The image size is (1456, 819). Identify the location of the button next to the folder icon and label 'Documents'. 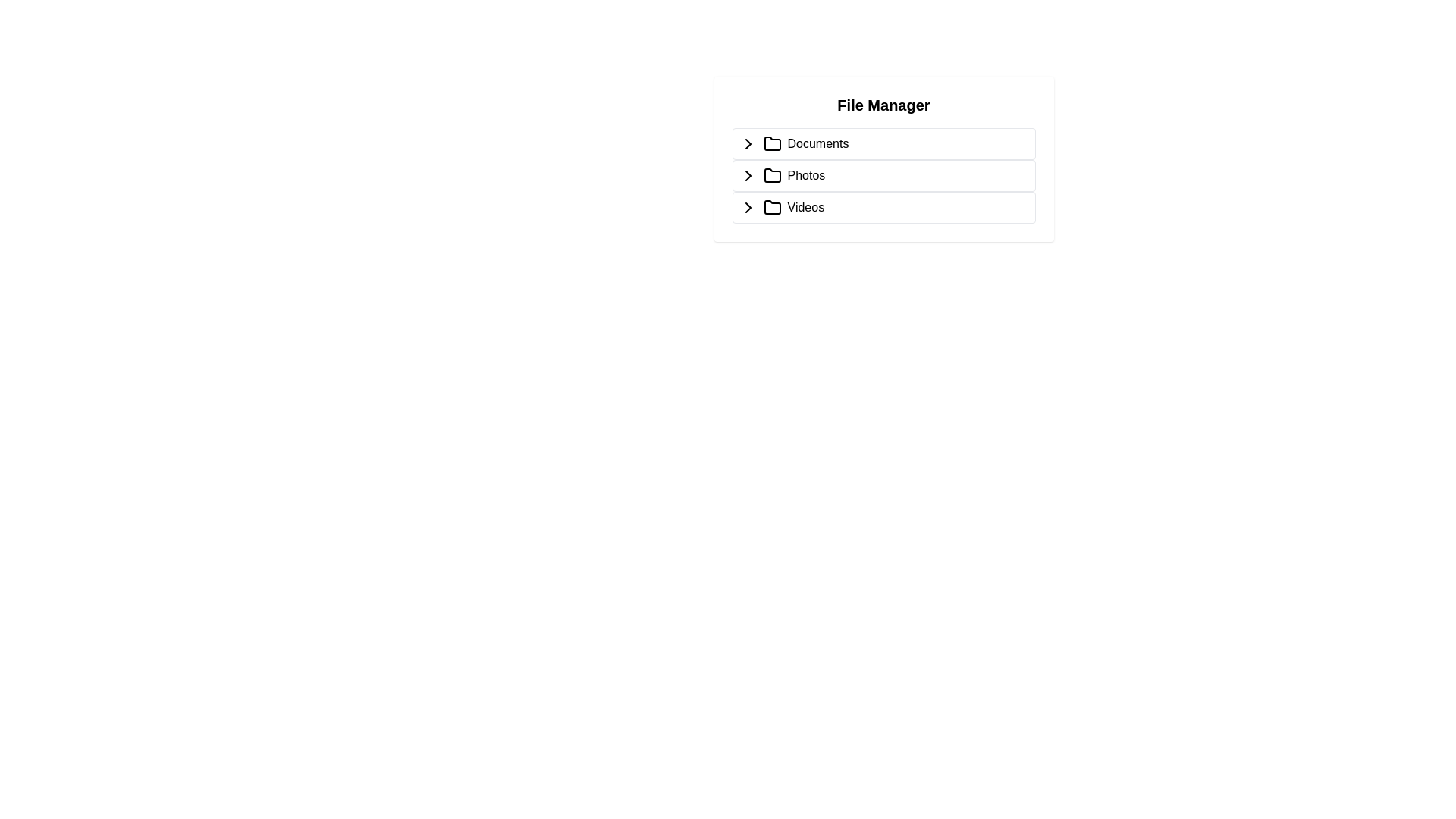
(748, 143).